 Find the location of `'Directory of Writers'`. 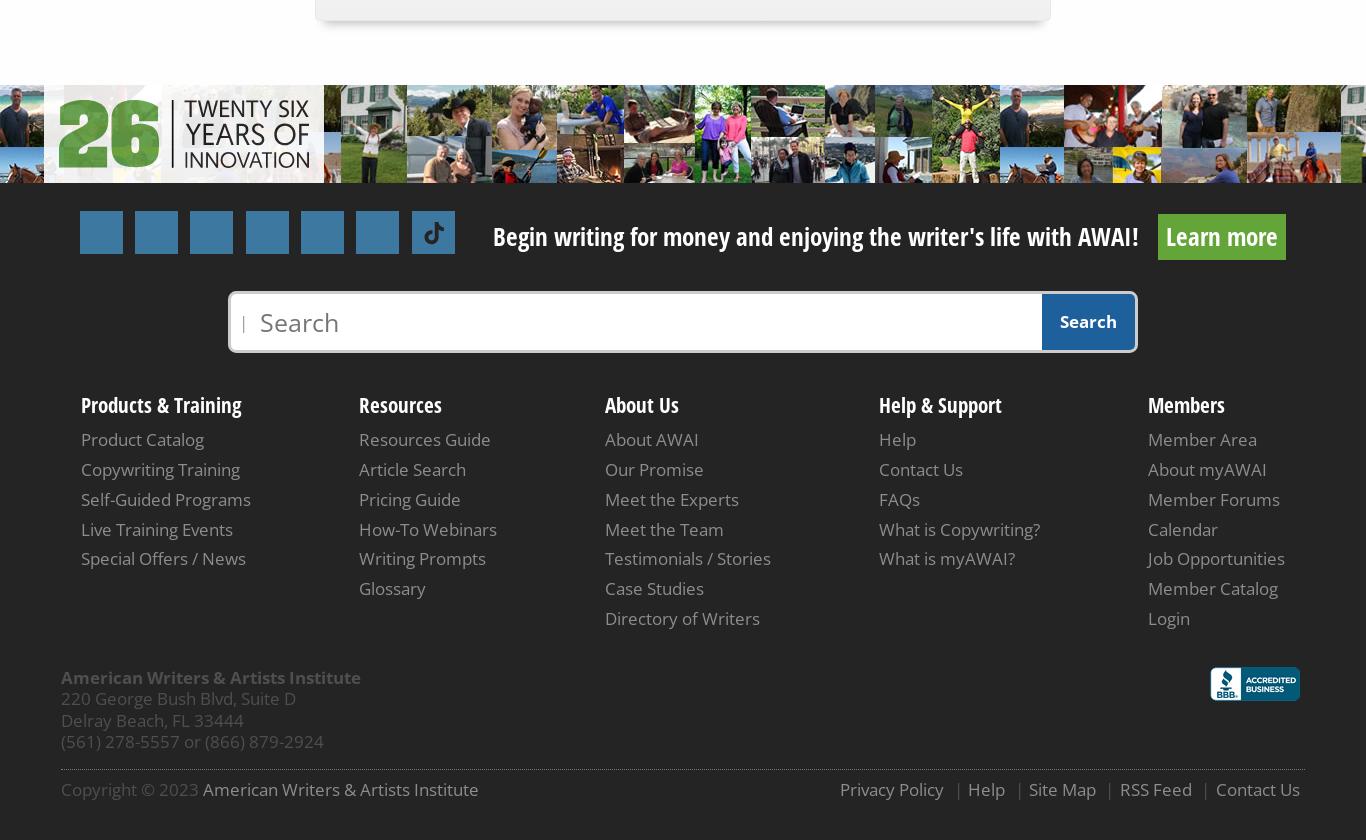

'Directory of Writers' is located at coordinates (681, 618).